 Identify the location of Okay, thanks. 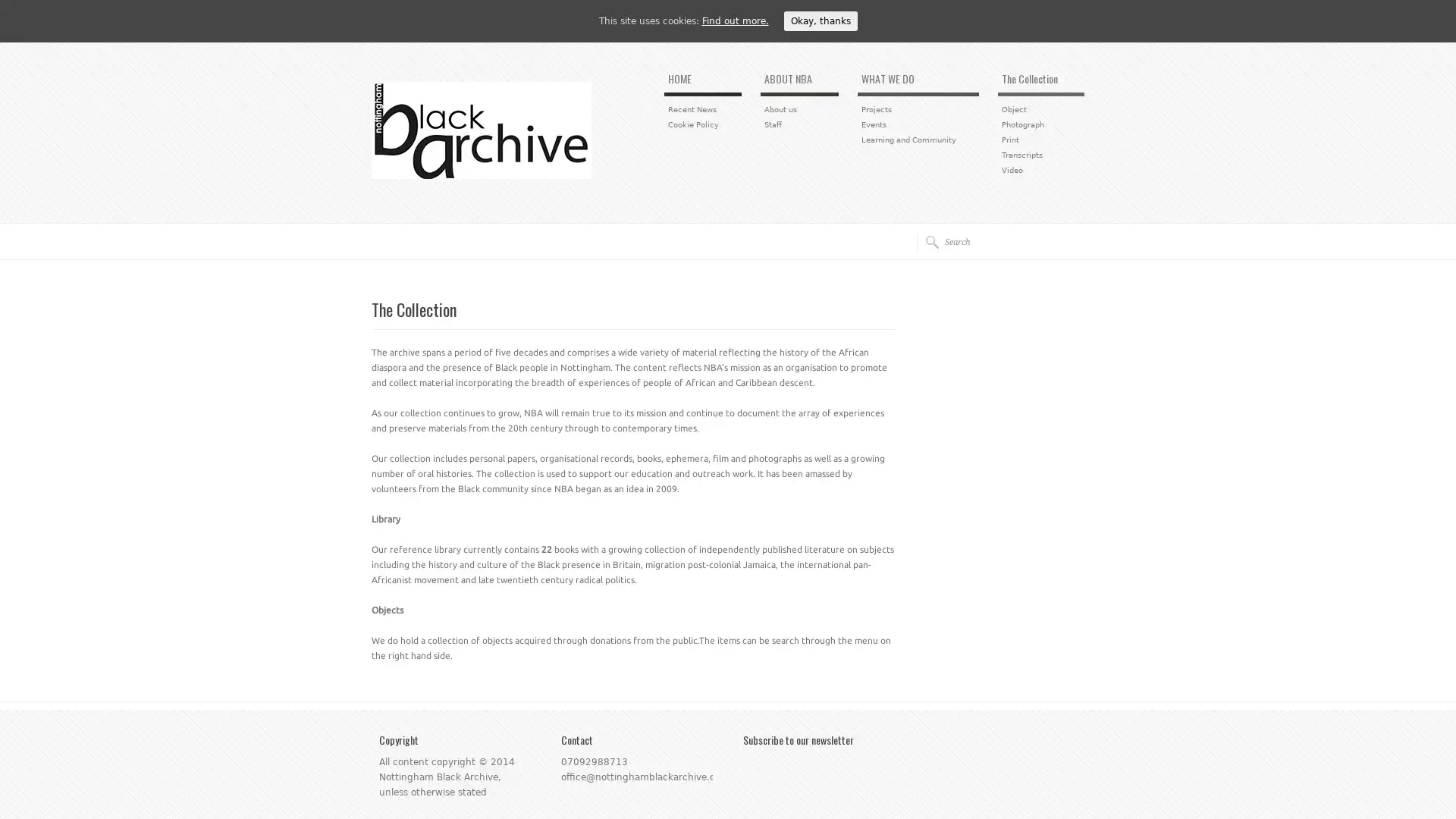
(819, 20).